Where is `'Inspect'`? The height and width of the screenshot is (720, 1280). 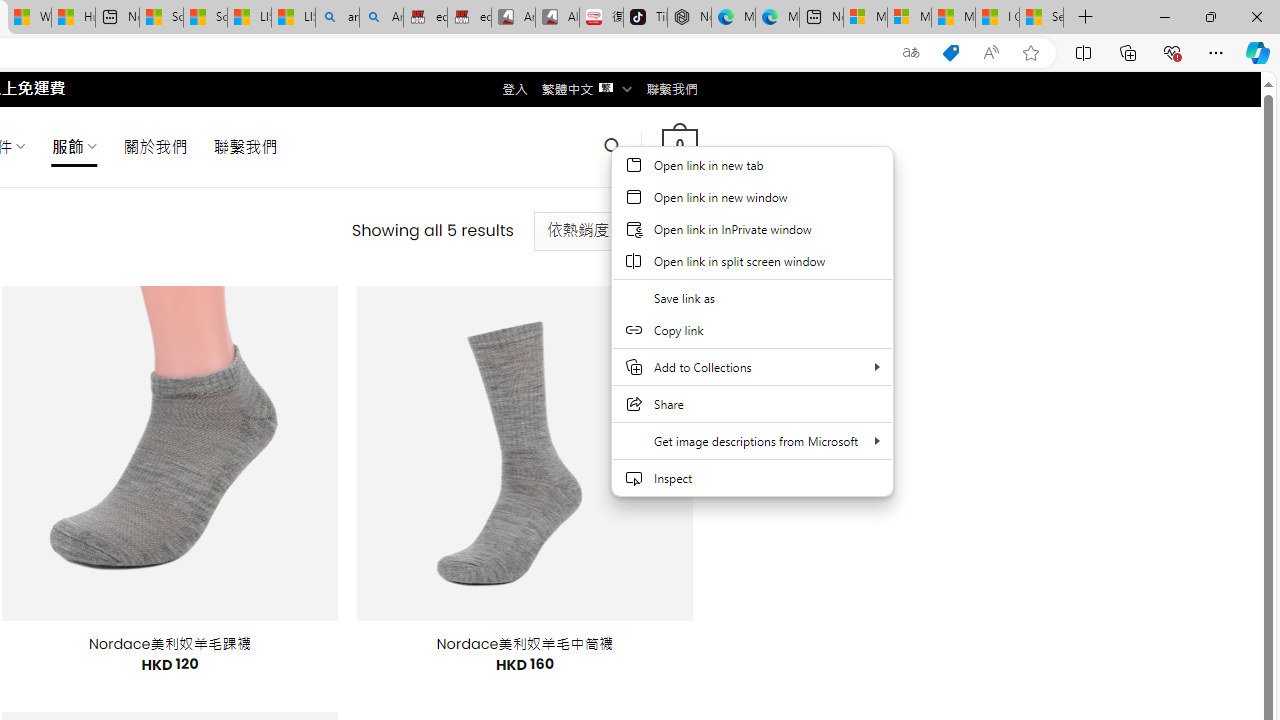
'Inspect' is located at coordinates (751, 478).